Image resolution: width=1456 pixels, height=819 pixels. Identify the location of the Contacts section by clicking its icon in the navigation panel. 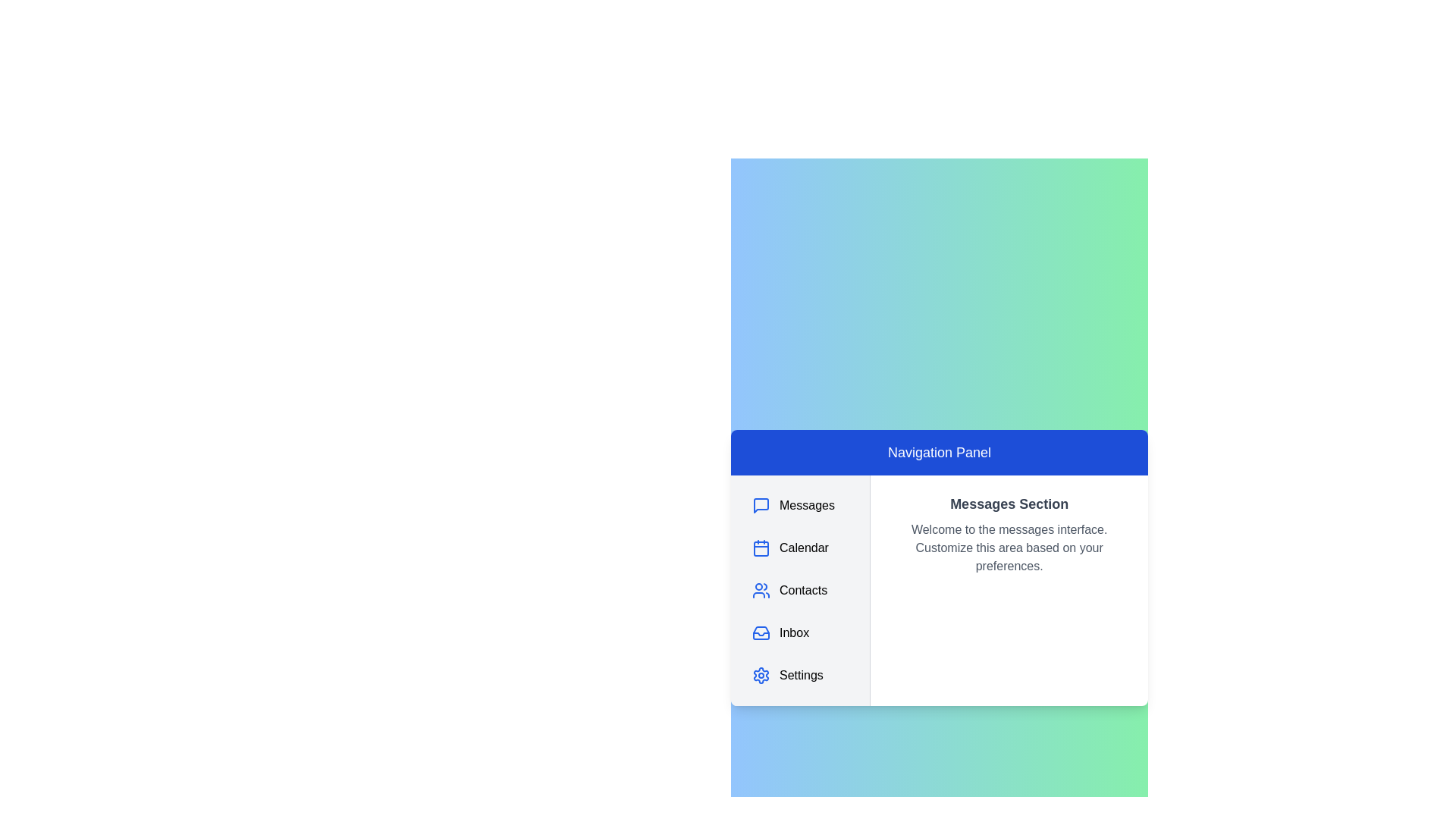
(761, 590).